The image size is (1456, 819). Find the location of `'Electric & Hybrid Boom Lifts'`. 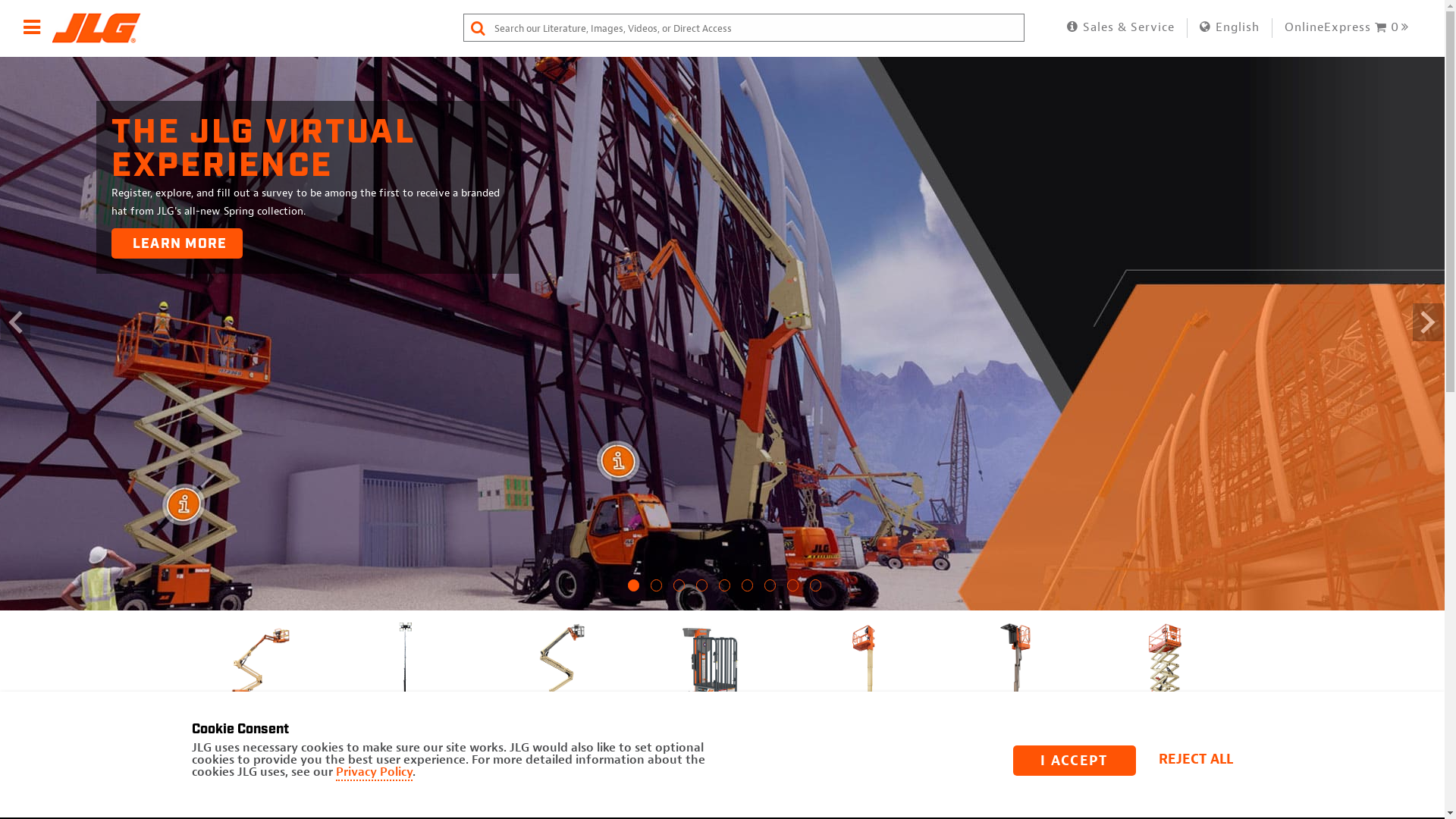

'Electric & Hybrid Boom Lifts' is located at coordinates (558, 681).